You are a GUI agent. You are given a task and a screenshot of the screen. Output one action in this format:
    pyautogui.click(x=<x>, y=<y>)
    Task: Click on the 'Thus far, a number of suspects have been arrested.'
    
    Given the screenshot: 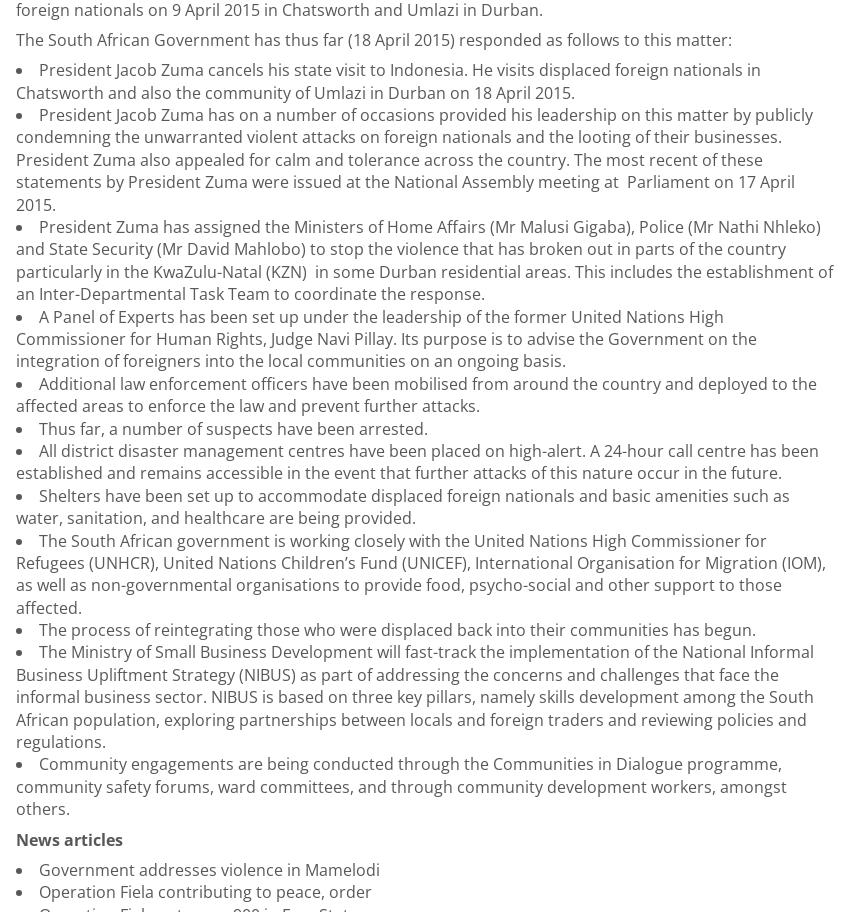 What is the action you would take?
    pyautogui.click(x=233, y=427)
    